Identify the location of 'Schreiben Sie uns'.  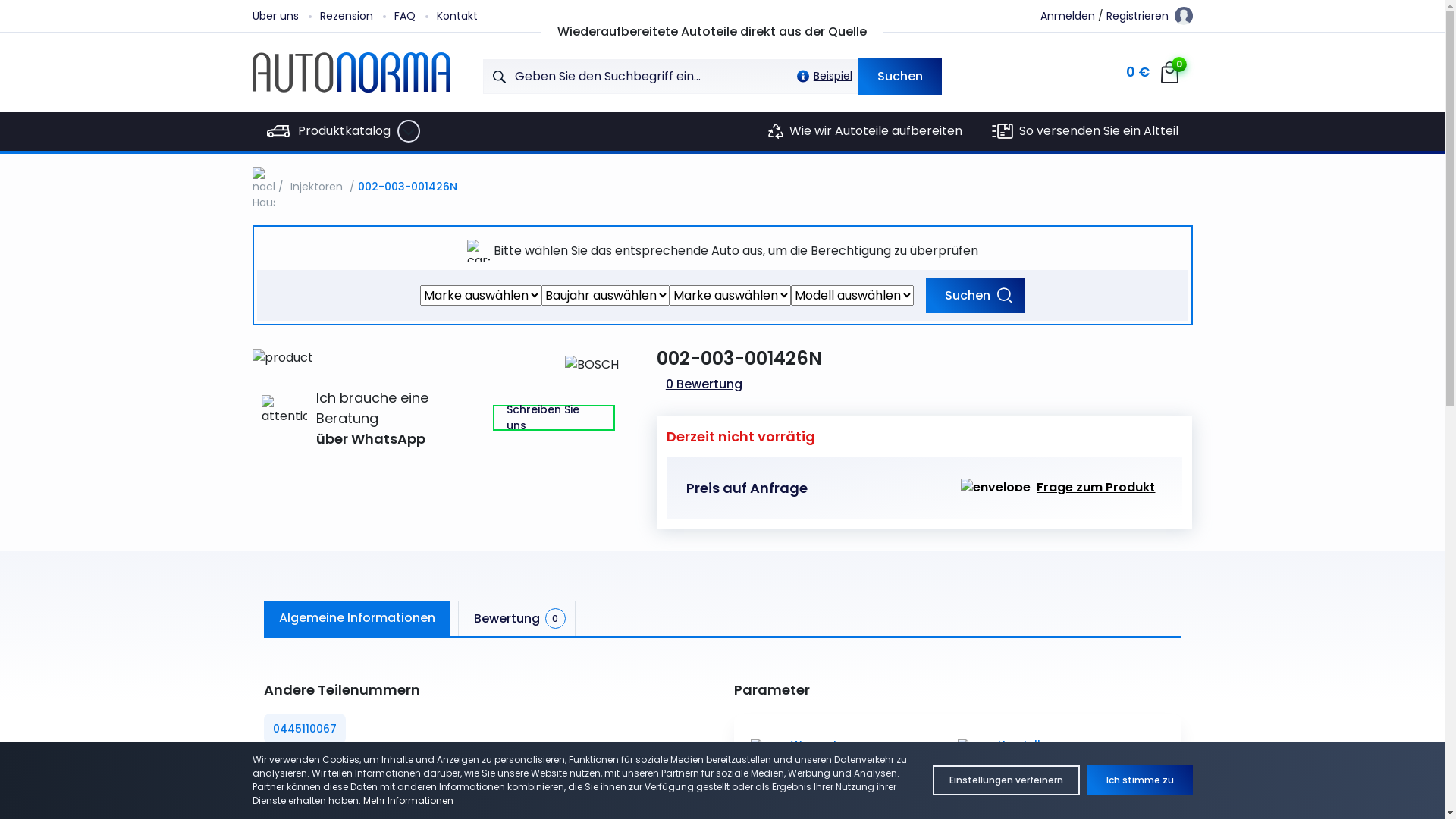
(553, 418).